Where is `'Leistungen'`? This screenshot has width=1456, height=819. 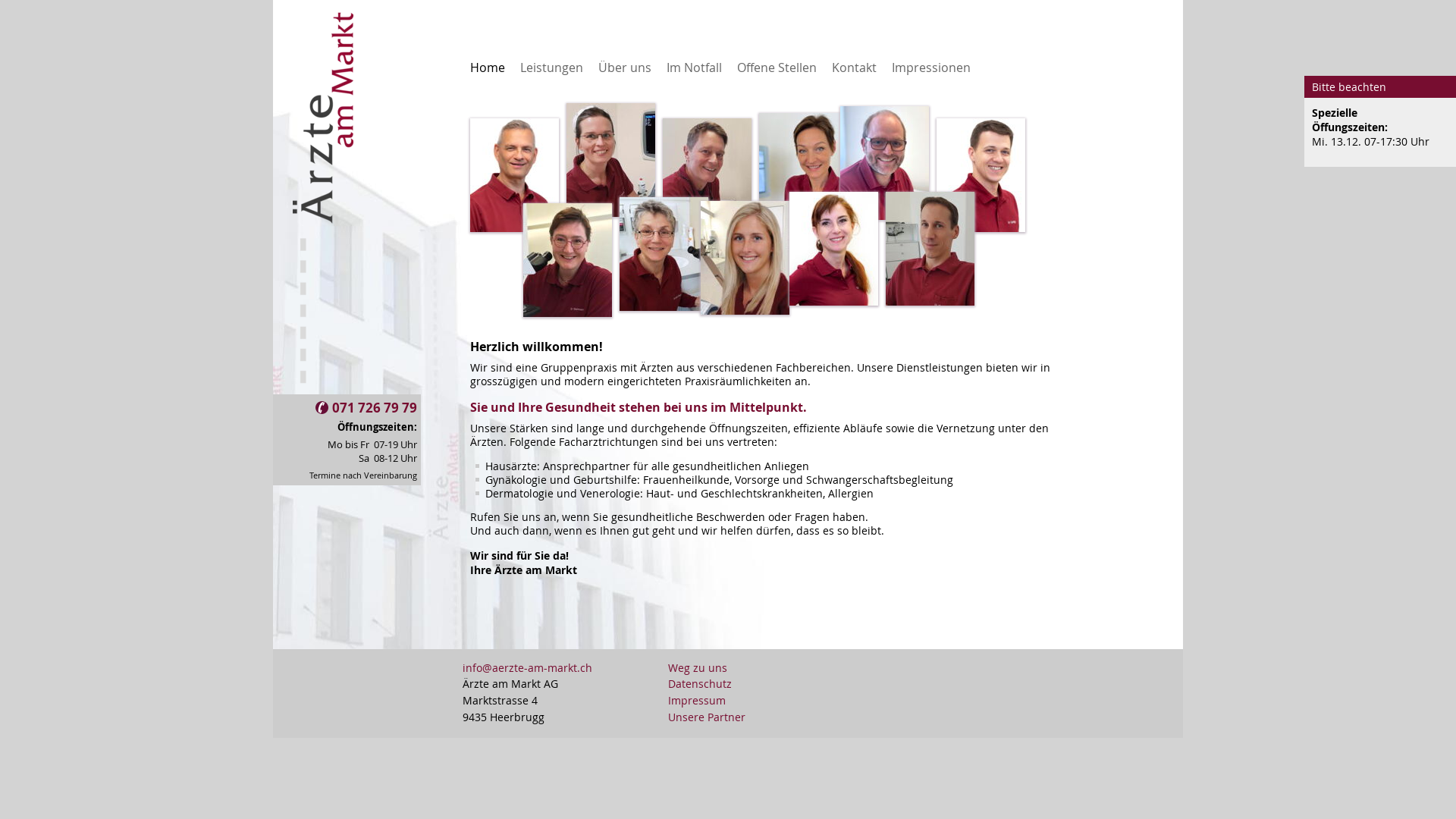 'Leistungen' is located at coordinates (551, 66).